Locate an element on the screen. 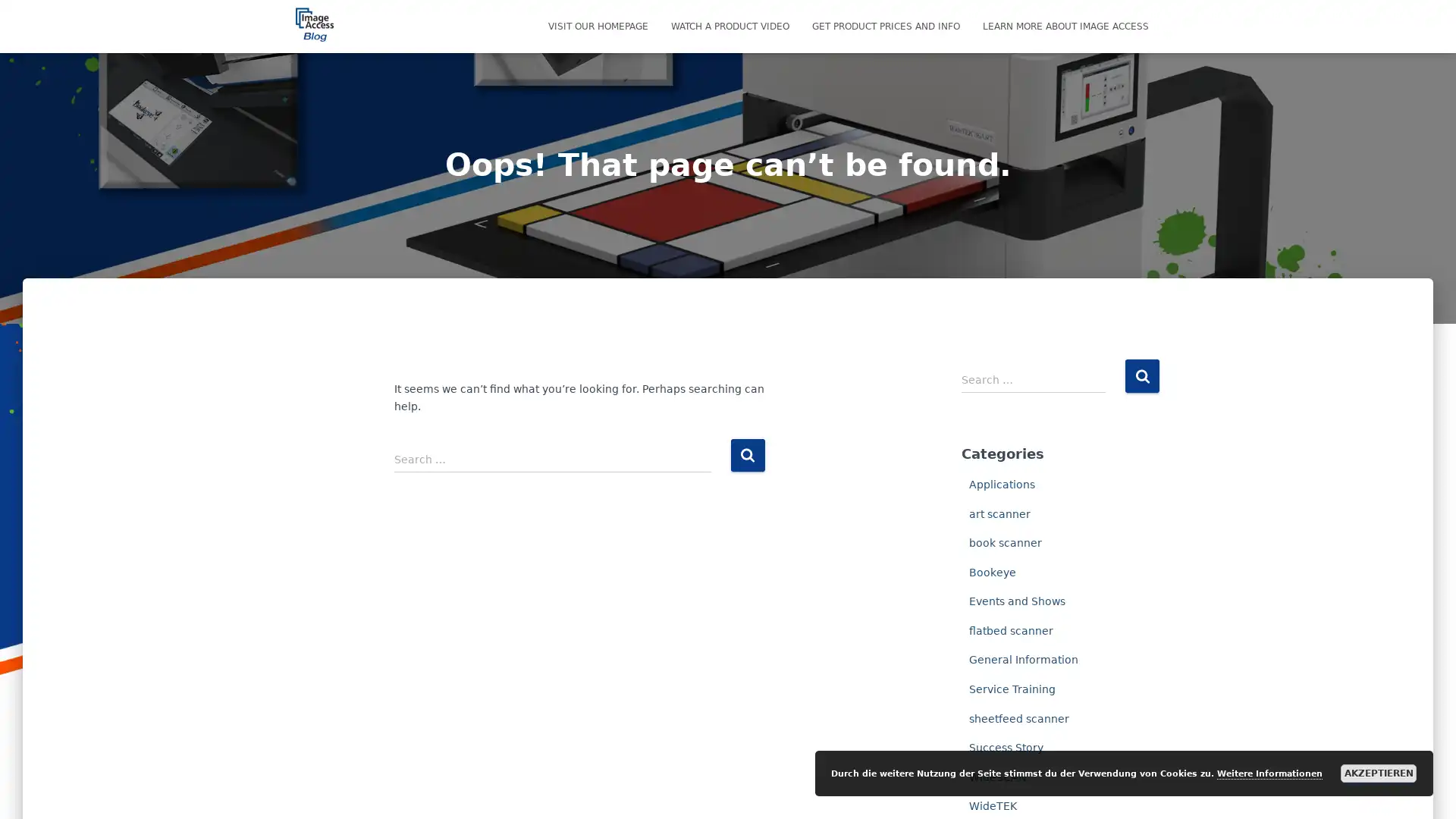 The height and width of the screenshot is (819, 1456). Search is located at coordinates (747, 454).